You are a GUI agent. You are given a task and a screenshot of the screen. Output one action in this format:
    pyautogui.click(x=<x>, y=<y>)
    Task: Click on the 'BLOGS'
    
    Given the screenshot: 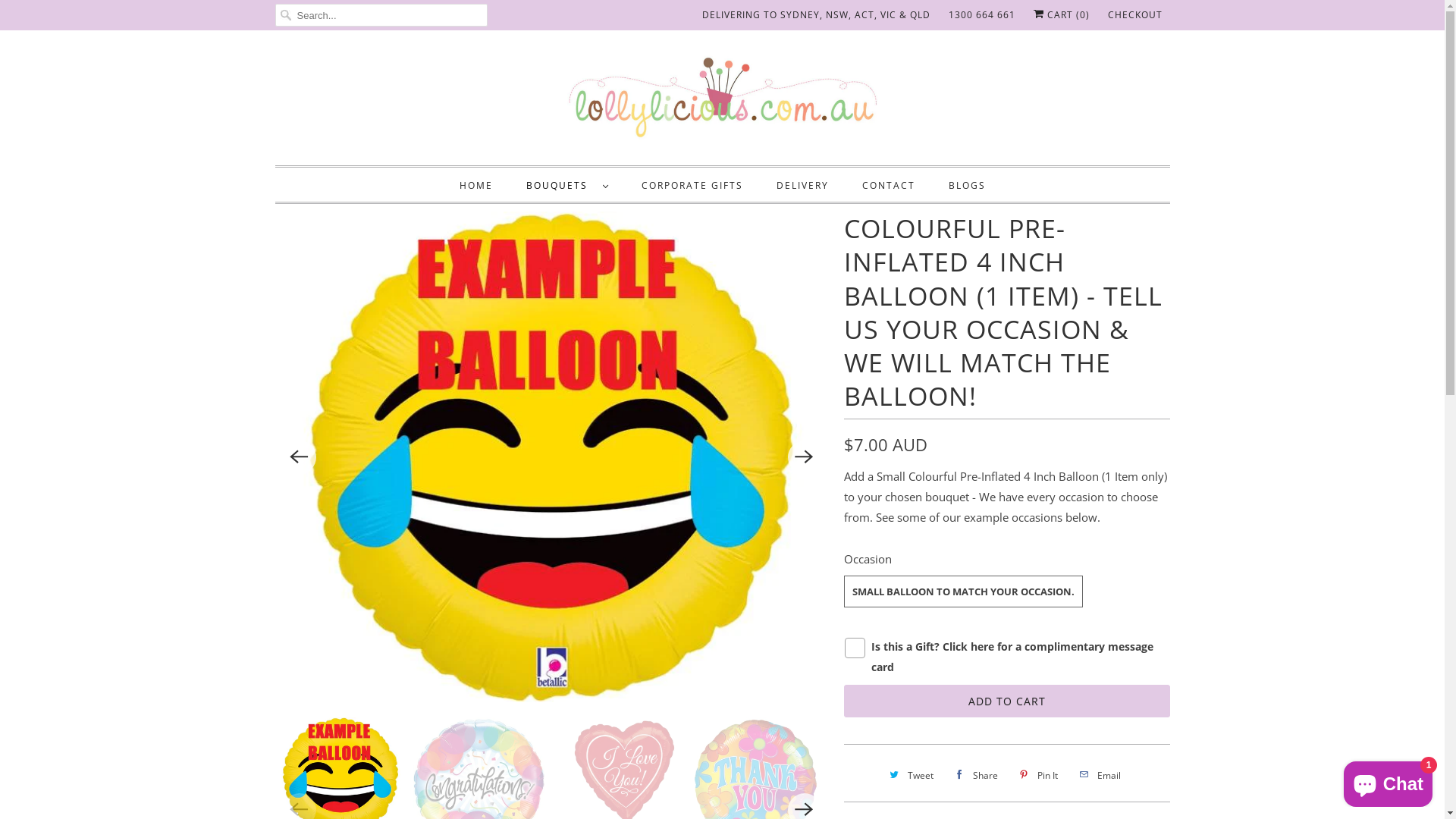 What is the action you would take?
    pyautogui.click(x=946, y=184)
    